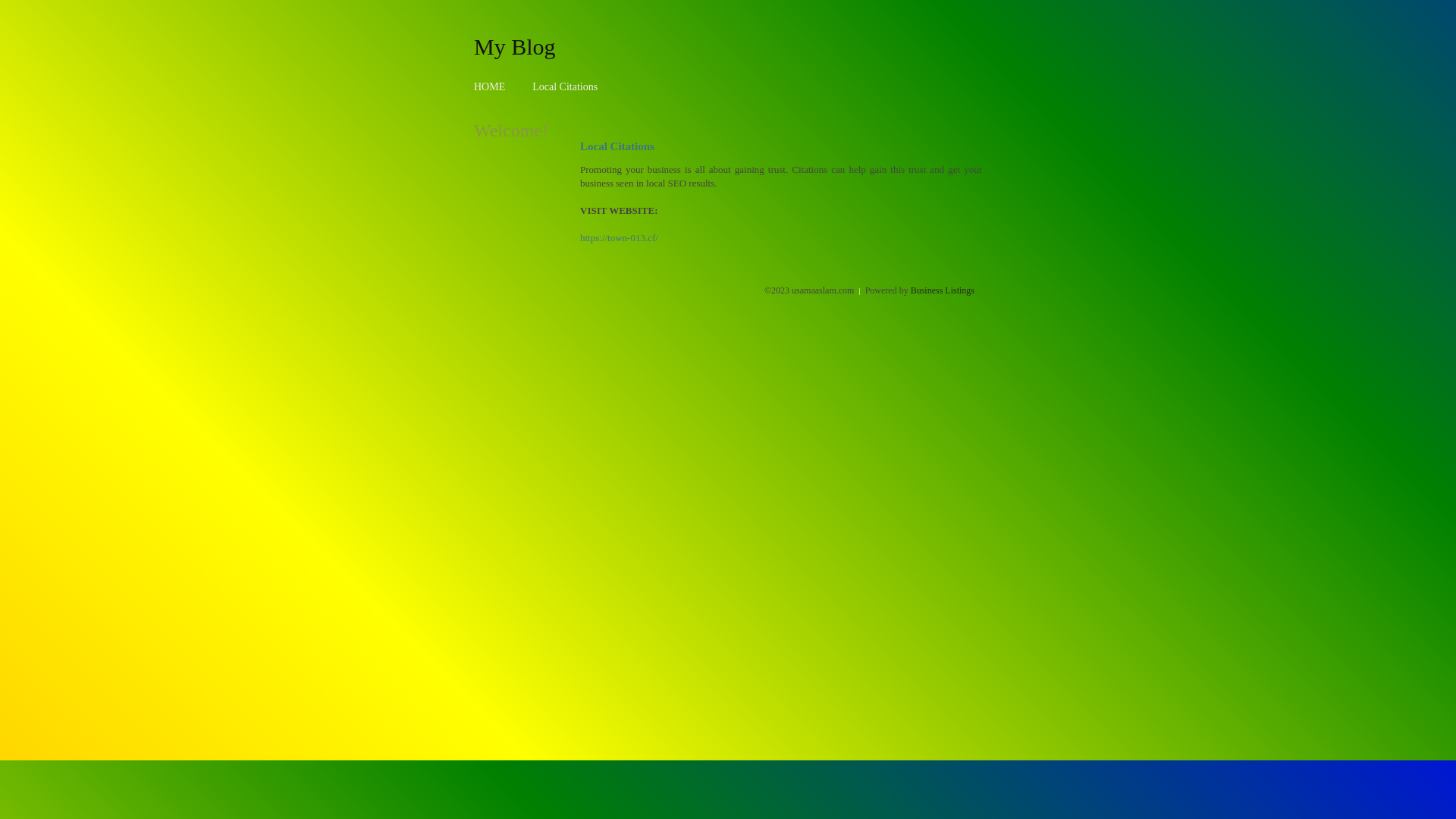  I want to click on 'Business Listings', so click(942, 290).